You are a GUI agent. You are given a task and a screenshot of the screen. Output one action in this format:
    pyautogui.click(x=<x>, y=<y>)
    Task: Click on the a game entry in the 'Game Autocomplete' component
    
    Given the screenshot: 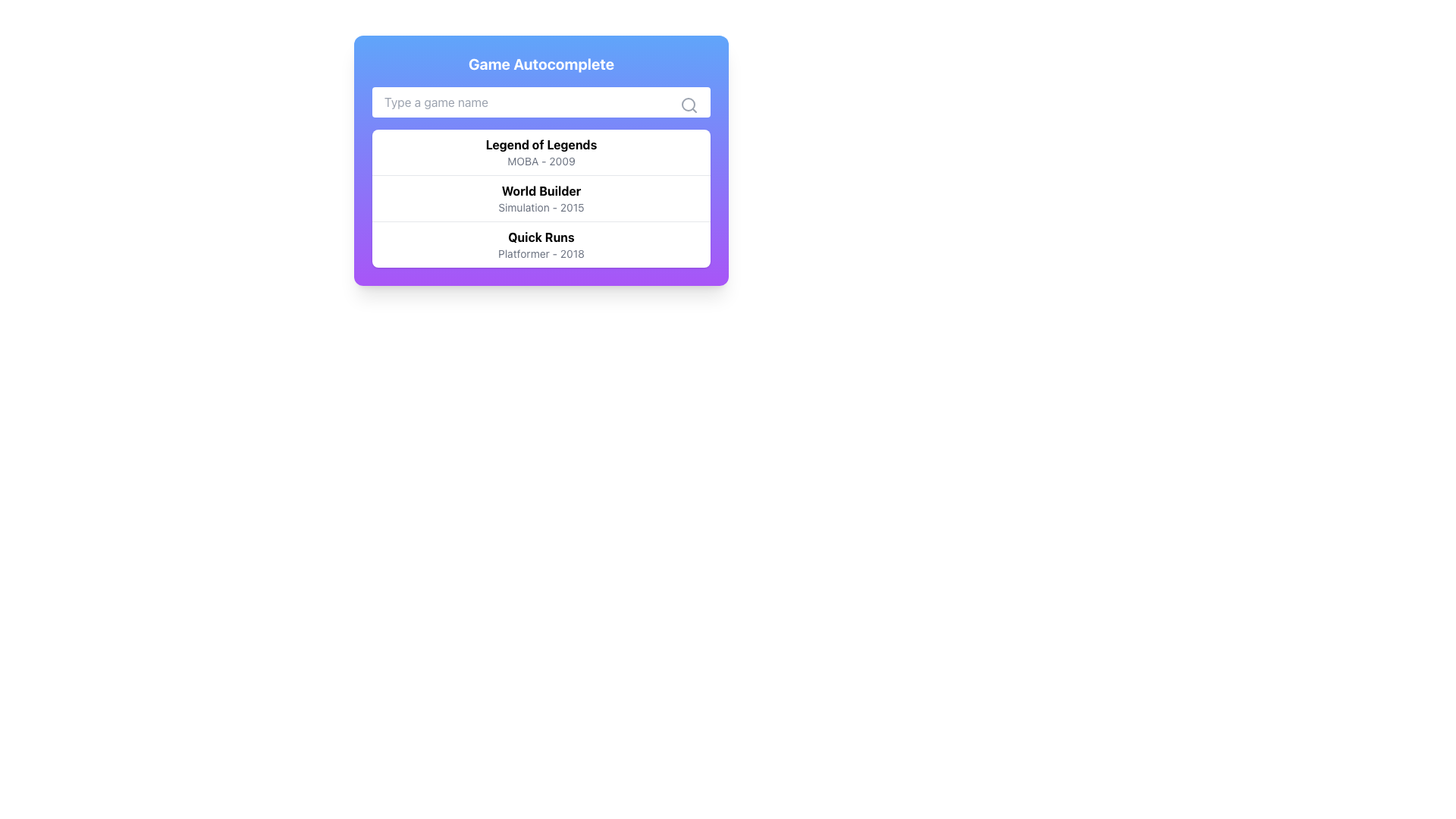 What is the action you would take?
    pyautogui.click(x=541, y=161)
    